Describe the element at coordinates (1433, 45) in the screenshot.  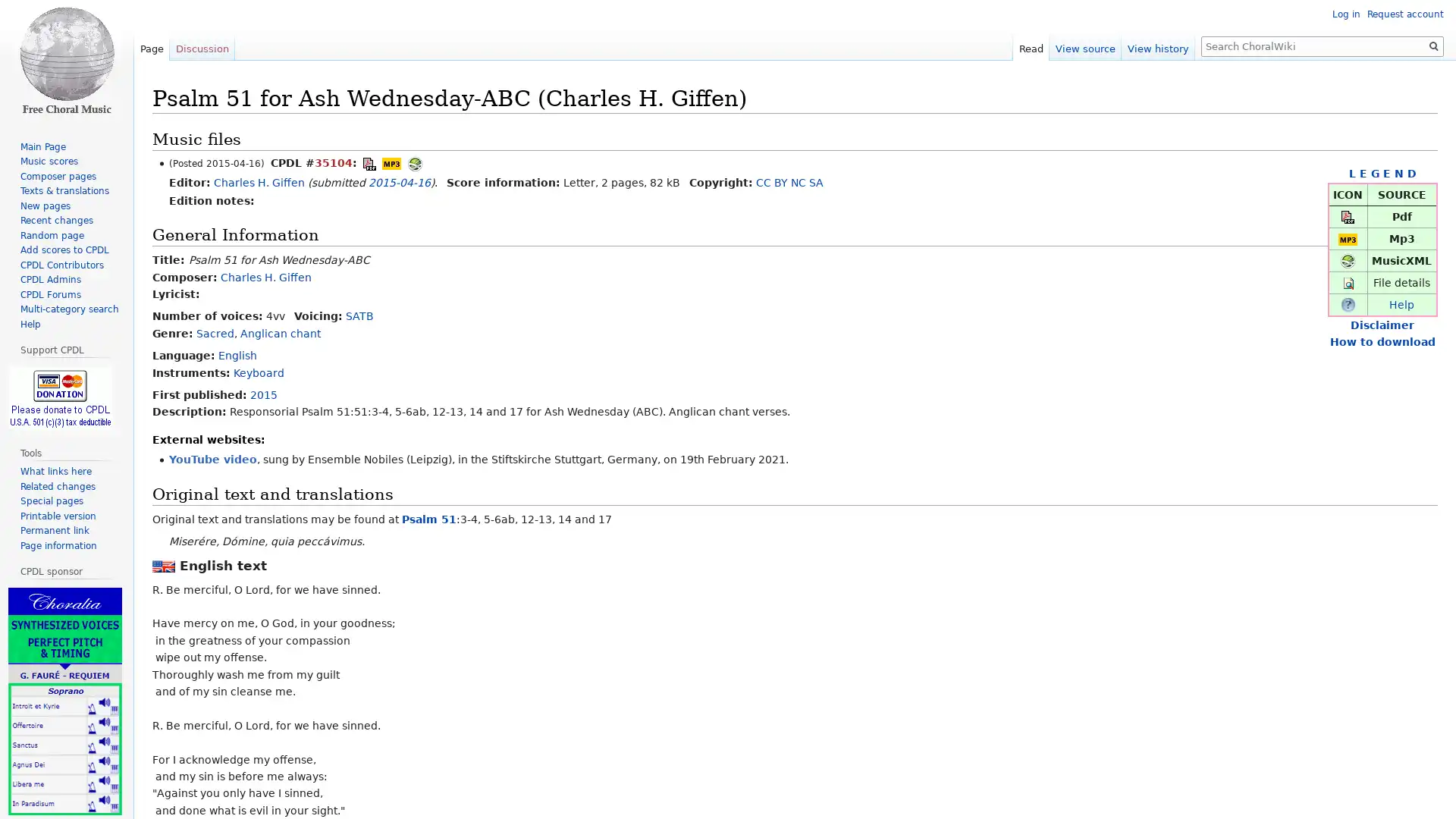
I see `Go` at that location.